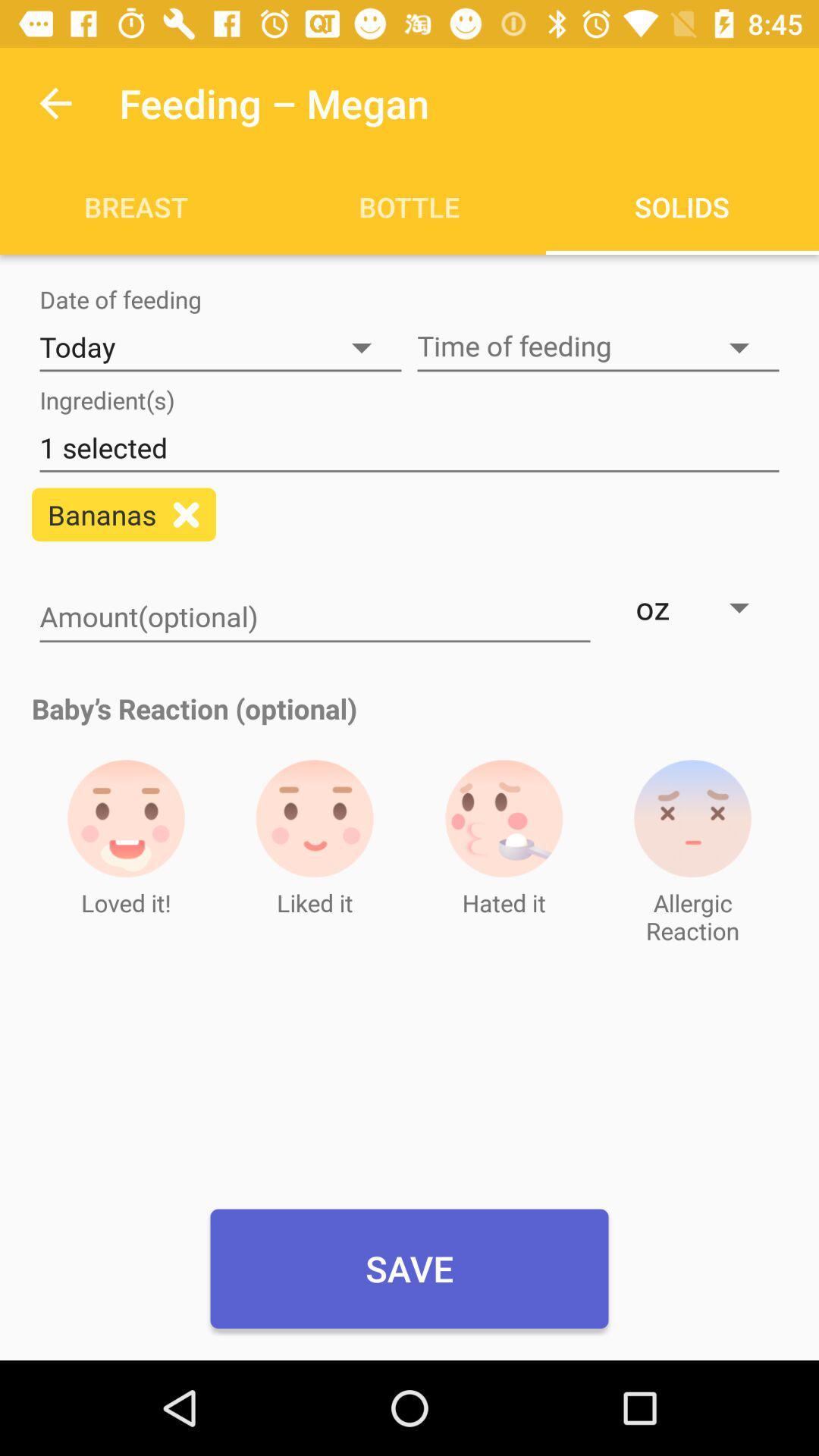 Image resolution: width=819 pixels, height=1456 pixels. What do you see at coordinates (185, 514) in the screenshot?
I see `add` at bounding box center [185, 514].